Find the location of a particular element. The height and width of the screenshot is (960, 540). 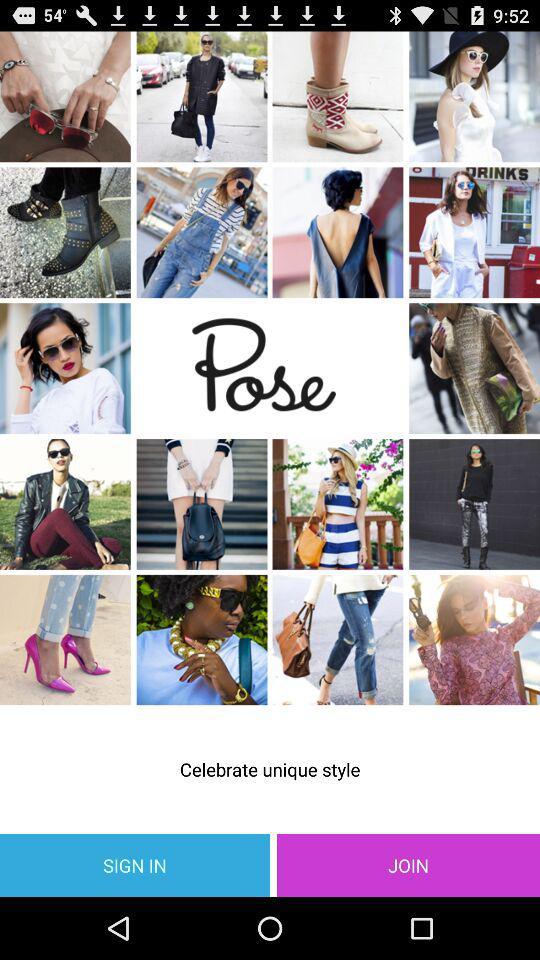

the join button is located at coordinates (407, 864).